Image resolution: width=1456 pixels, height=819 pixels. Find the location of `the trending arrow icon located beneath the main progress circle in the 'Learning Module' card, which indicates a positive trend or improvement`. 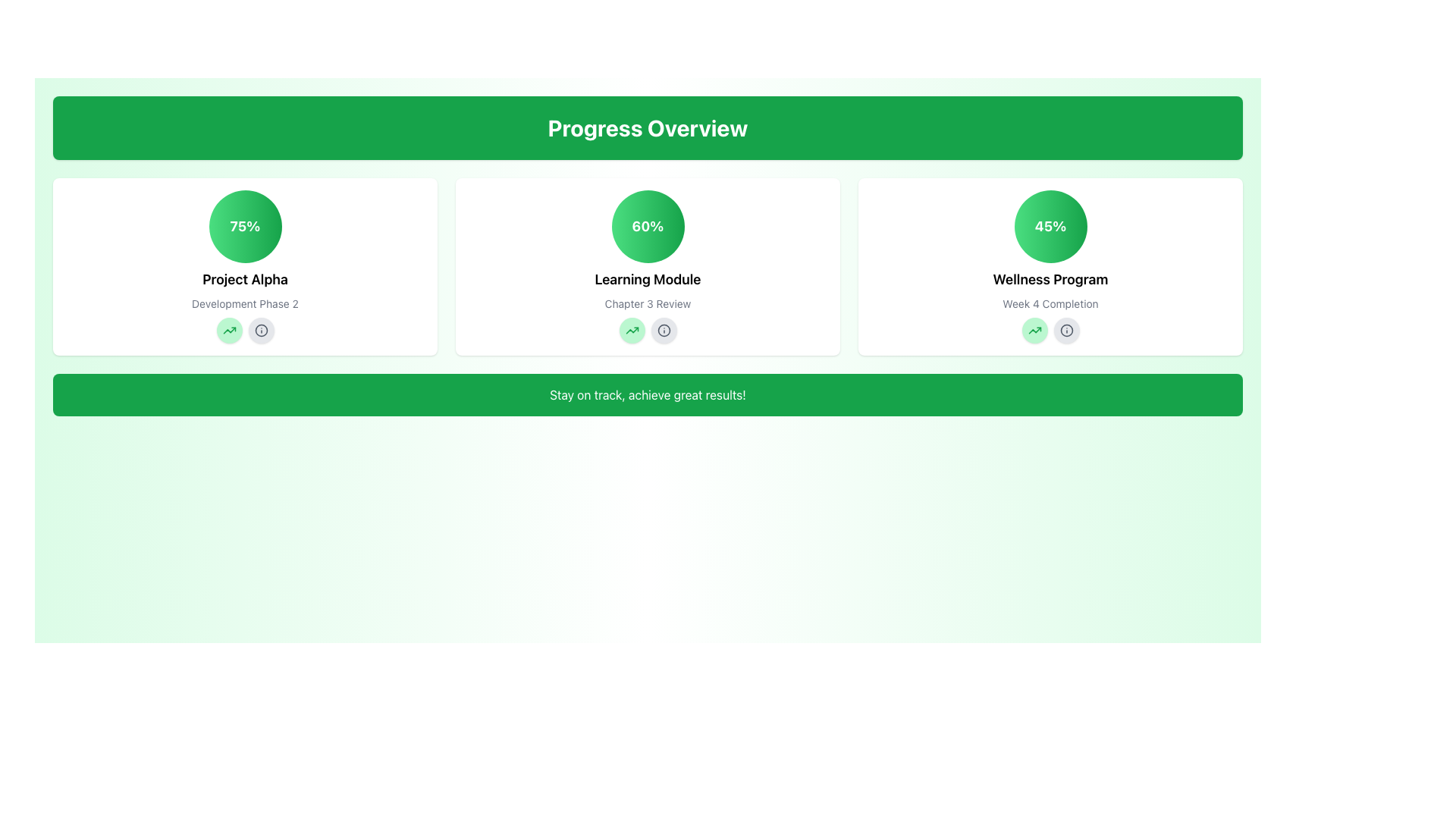

the trending arrow icon located beneath the main progress circle in the 'Learning Module' card, which indicates a positive trend or improvement is located at coordinates (632, 329).